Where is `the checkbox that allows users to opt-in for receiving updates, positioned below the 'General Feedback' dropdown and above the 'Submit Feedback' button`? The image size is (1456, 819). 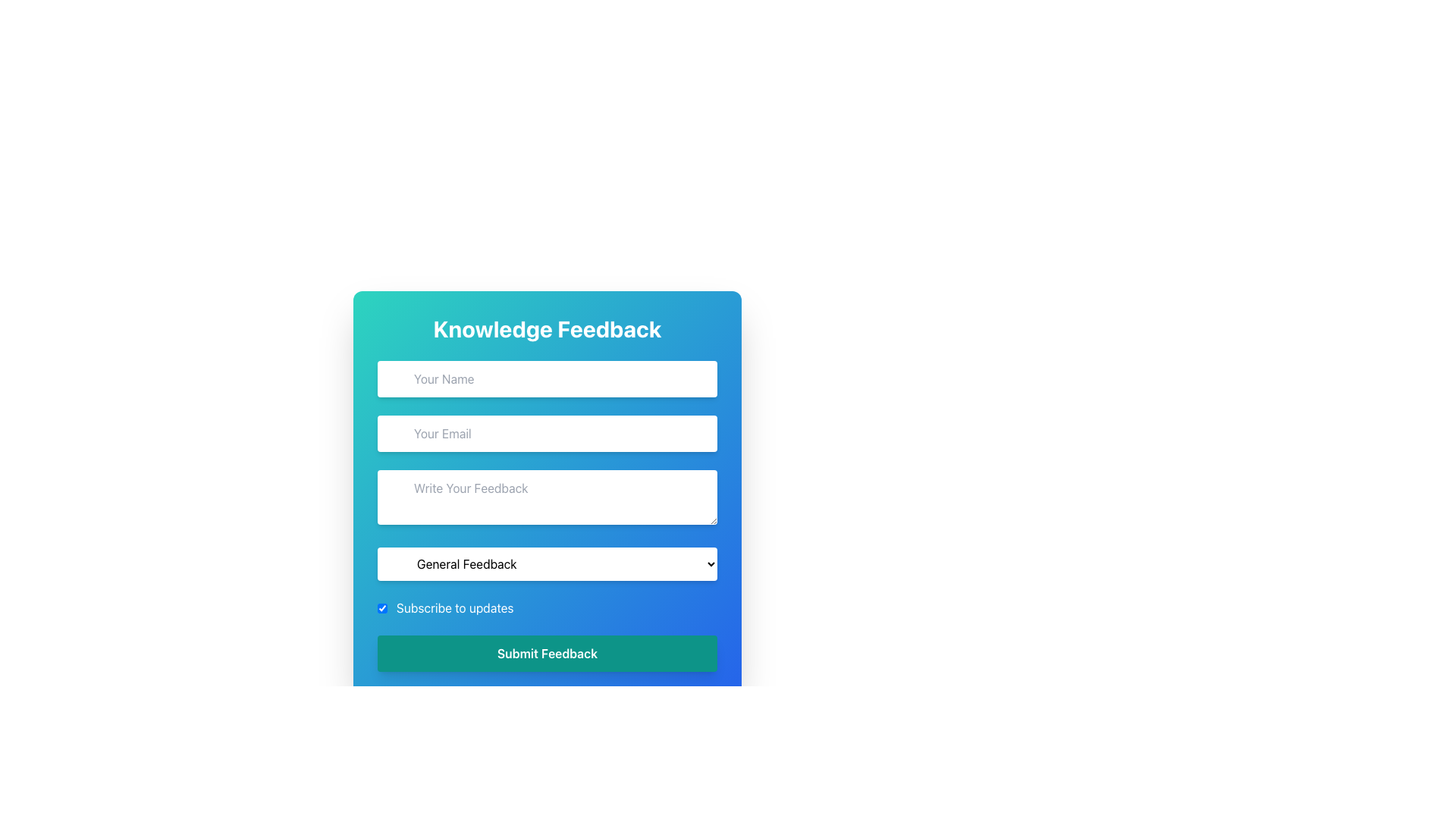 the checkbox that allows users to opt-in for receiving updates, positioned below the 'General Feedback' dropdown and above the 'Submit Feedback' button is located at coordinates (546, 607).